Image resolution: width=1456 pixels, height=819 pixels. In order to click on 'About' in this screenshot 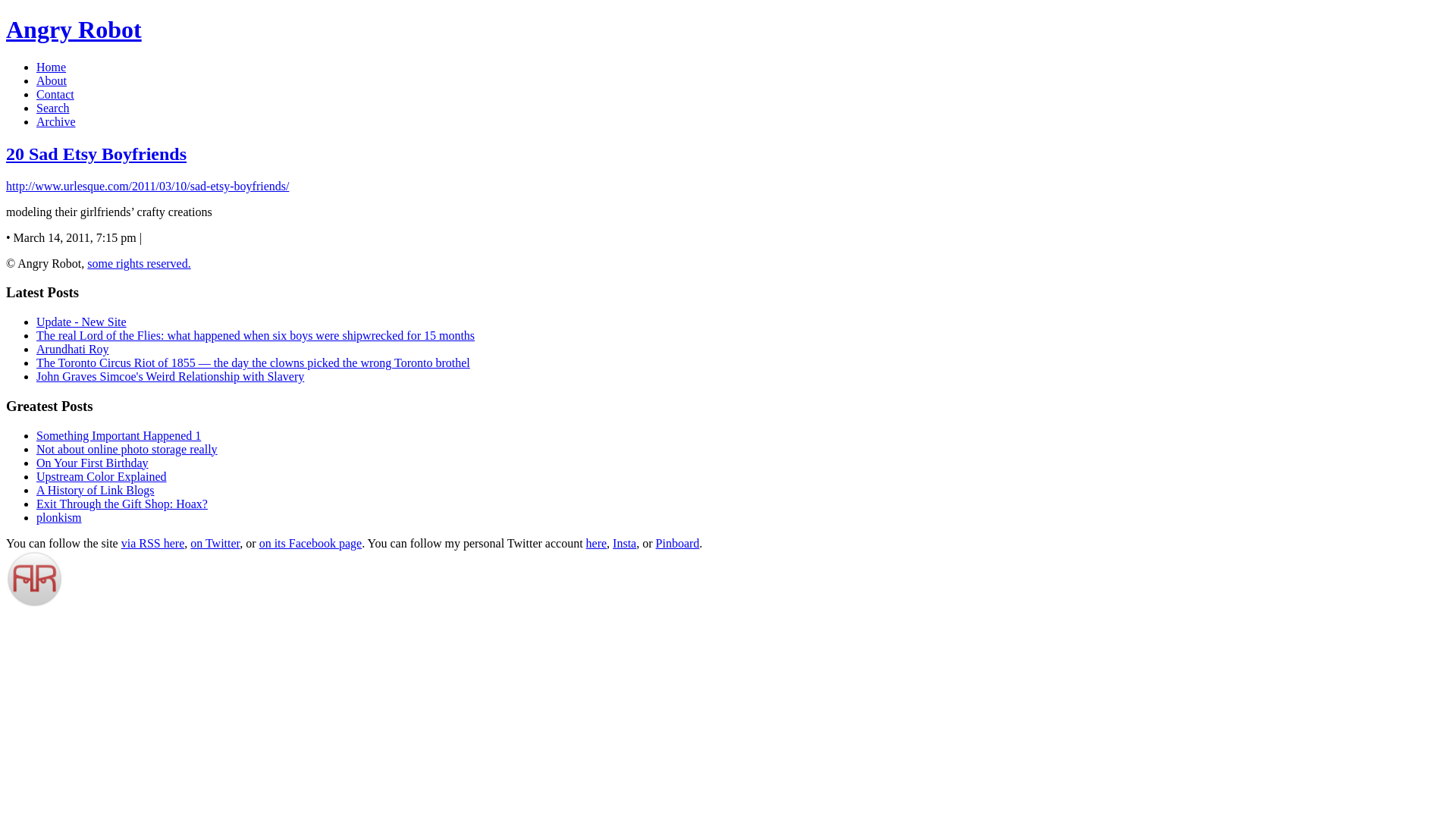, I will do `click(51, 80)`.